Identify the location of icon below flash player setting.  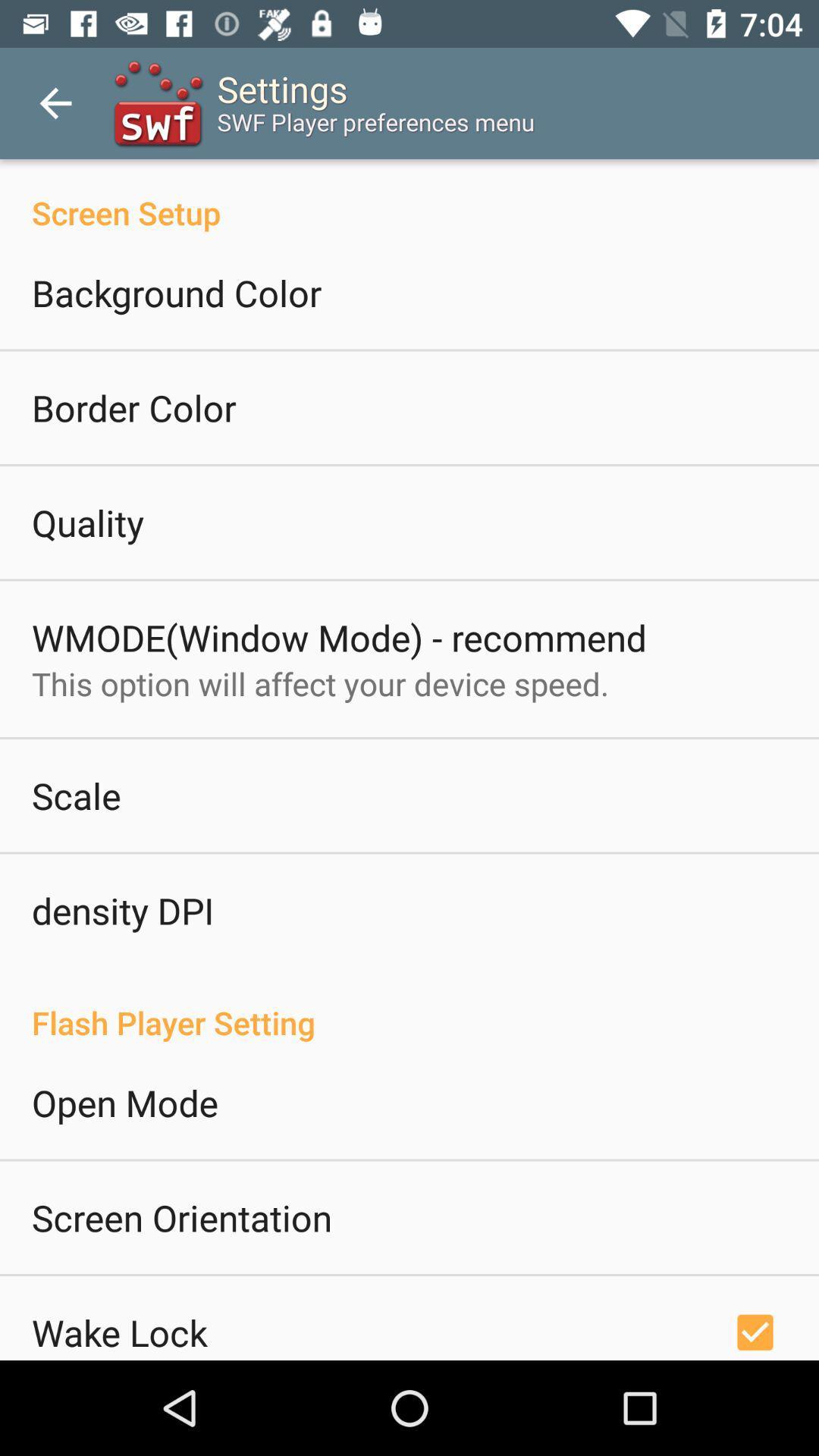
(124, 1103).